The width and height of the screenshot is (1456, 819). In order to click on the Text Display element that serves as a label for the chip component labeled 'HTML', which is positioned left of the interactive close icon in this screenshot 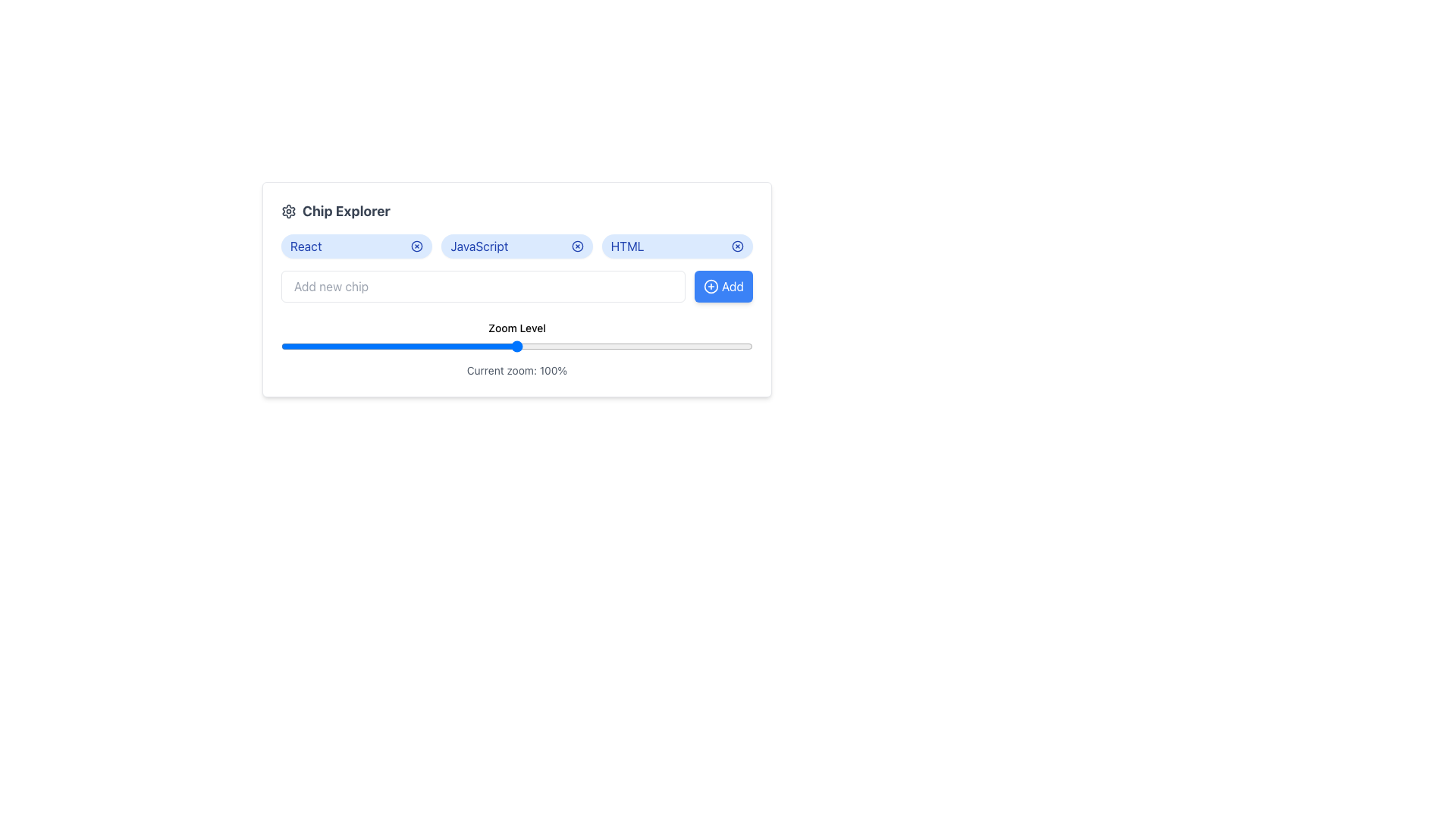, I will do `click(627, 245)`.